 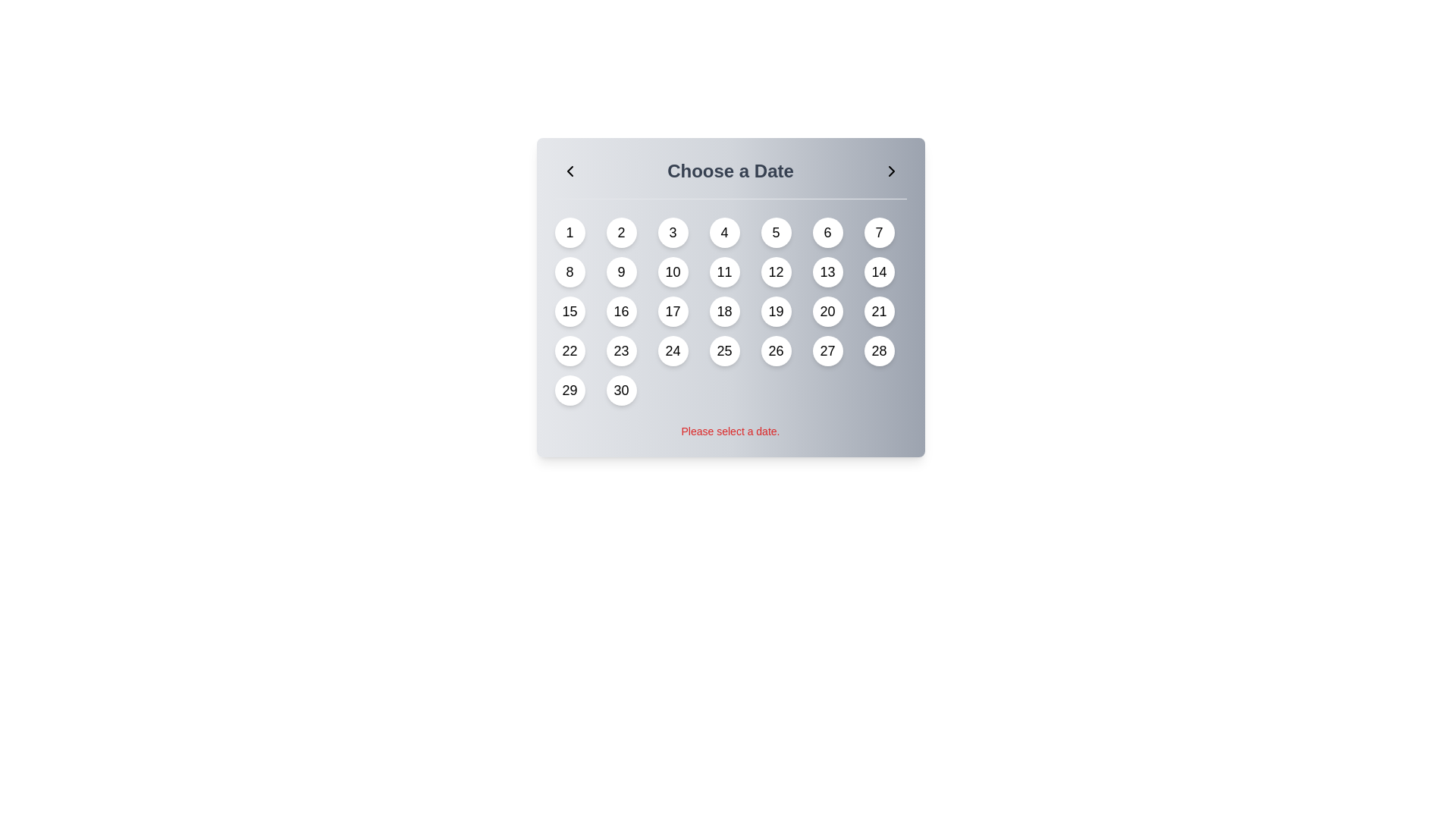 I want to click on the button representing the selectable date '22' in the calendar interface located in the 'Choose a Date' modal, positioned in the fourth row and first column of the grid layout, so click(x=569, y=350).